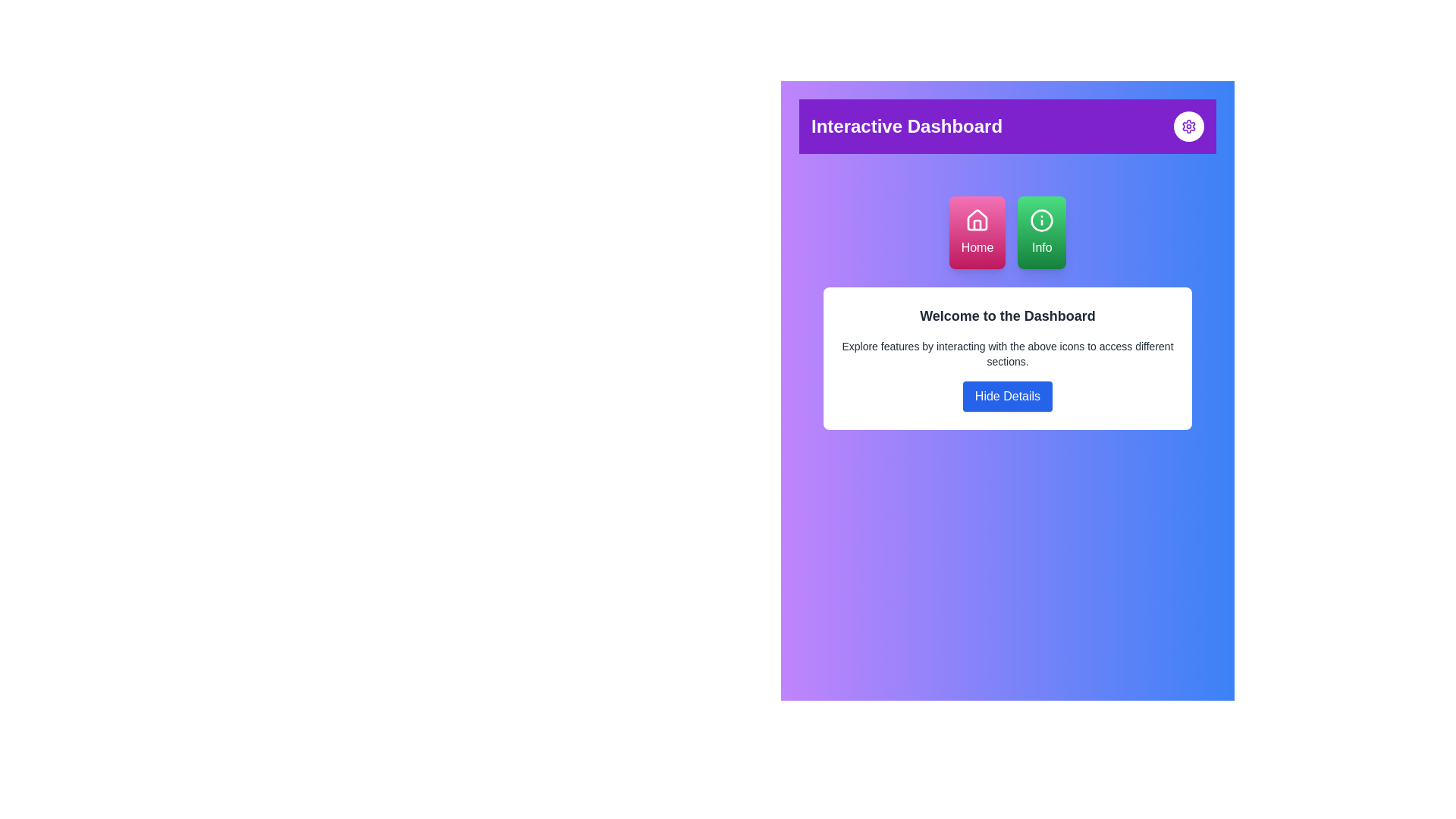  I want to click on the green 'Info' button in the group of interactive buttons, so click(1008, 233).